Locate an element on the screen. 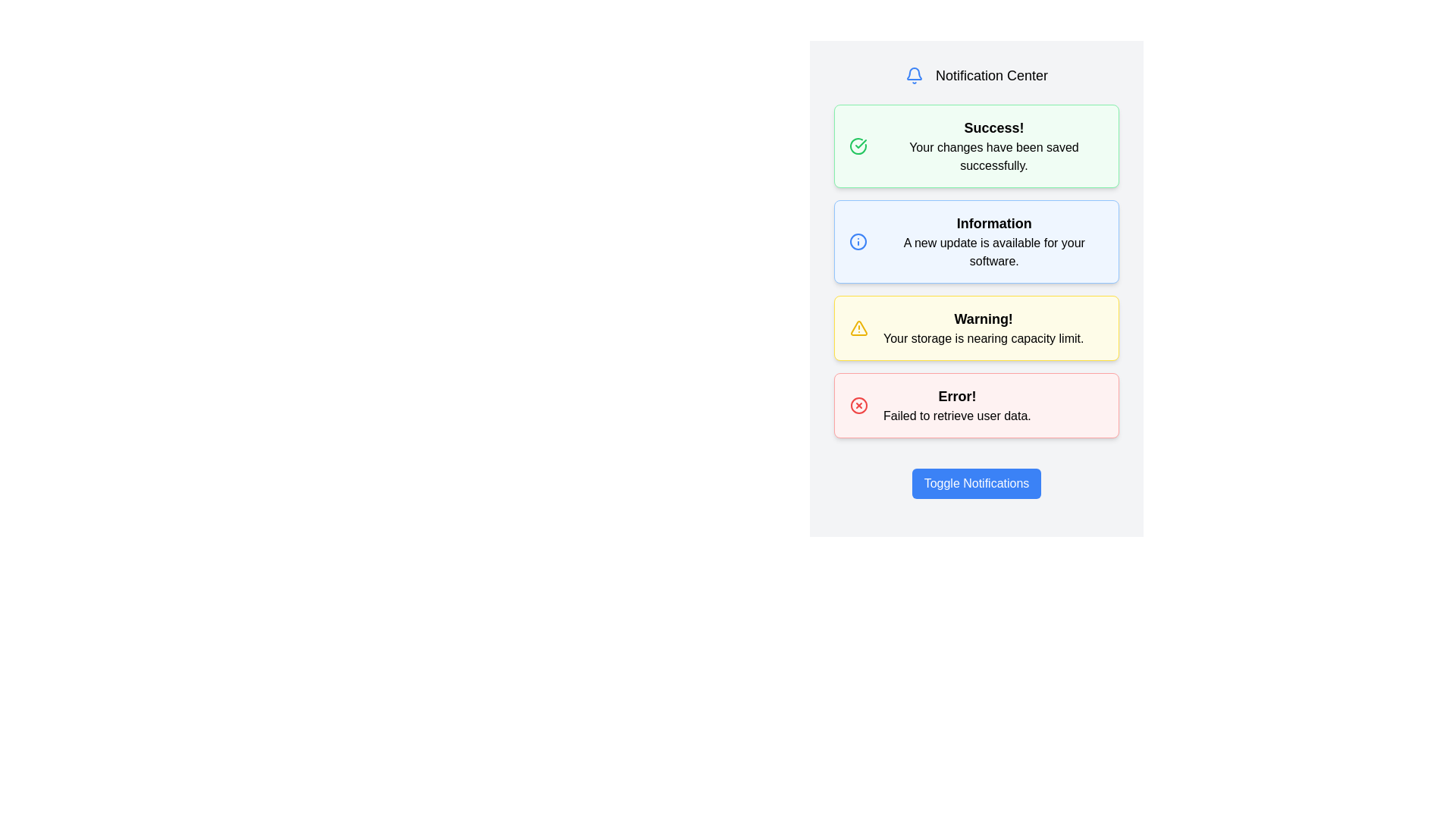  the red circular icon with a white 'X' symbol, located in the fourth notification card labeled 'Error!', situated to the left of the 'Error!' text is located at coordinates (858, 405).